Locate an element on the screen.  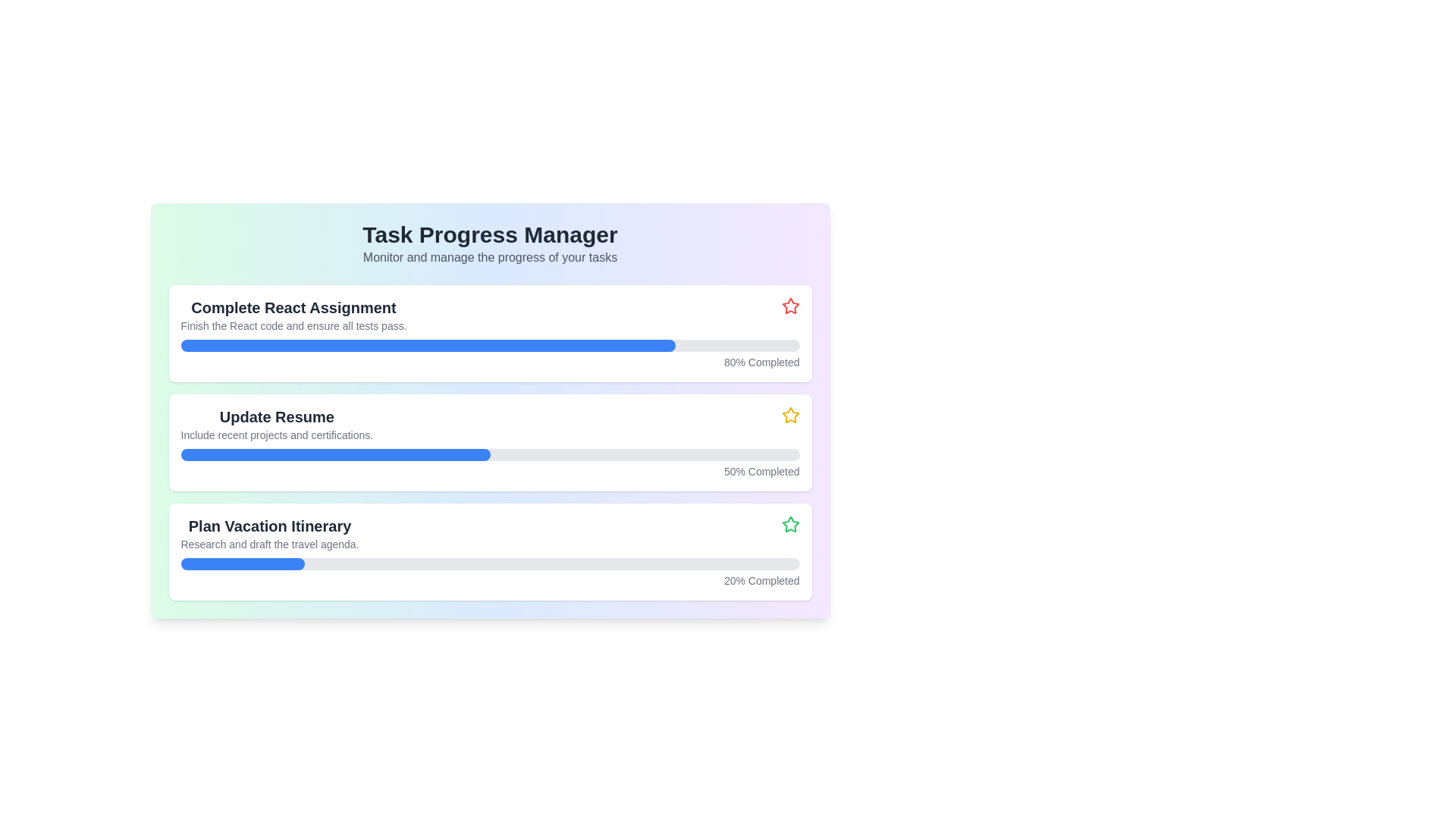
task progress is located at coordinates (471, 564).